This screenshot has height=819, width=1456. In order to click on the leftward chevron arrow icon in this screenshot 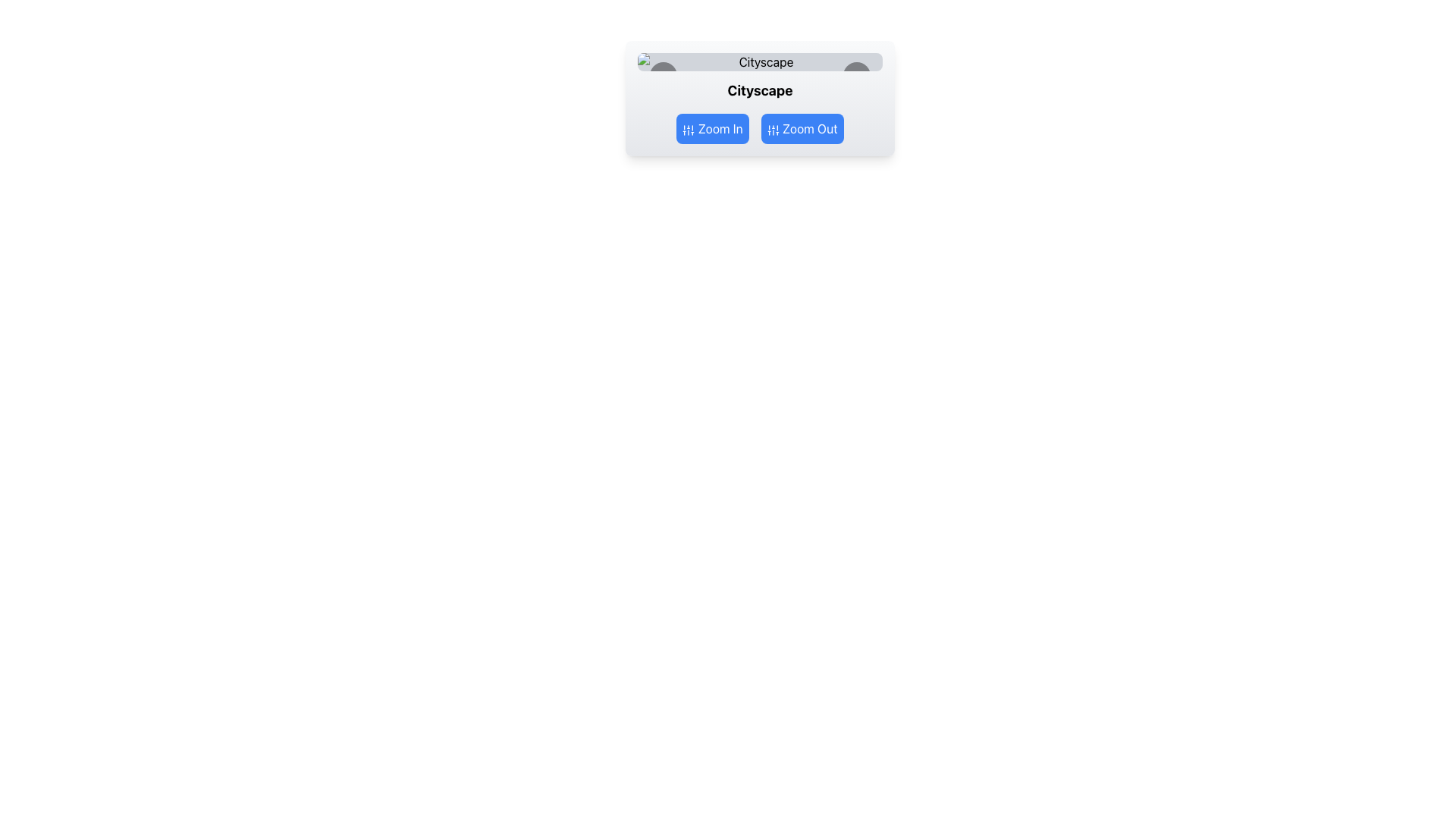, I will do `click(663, 76)`.